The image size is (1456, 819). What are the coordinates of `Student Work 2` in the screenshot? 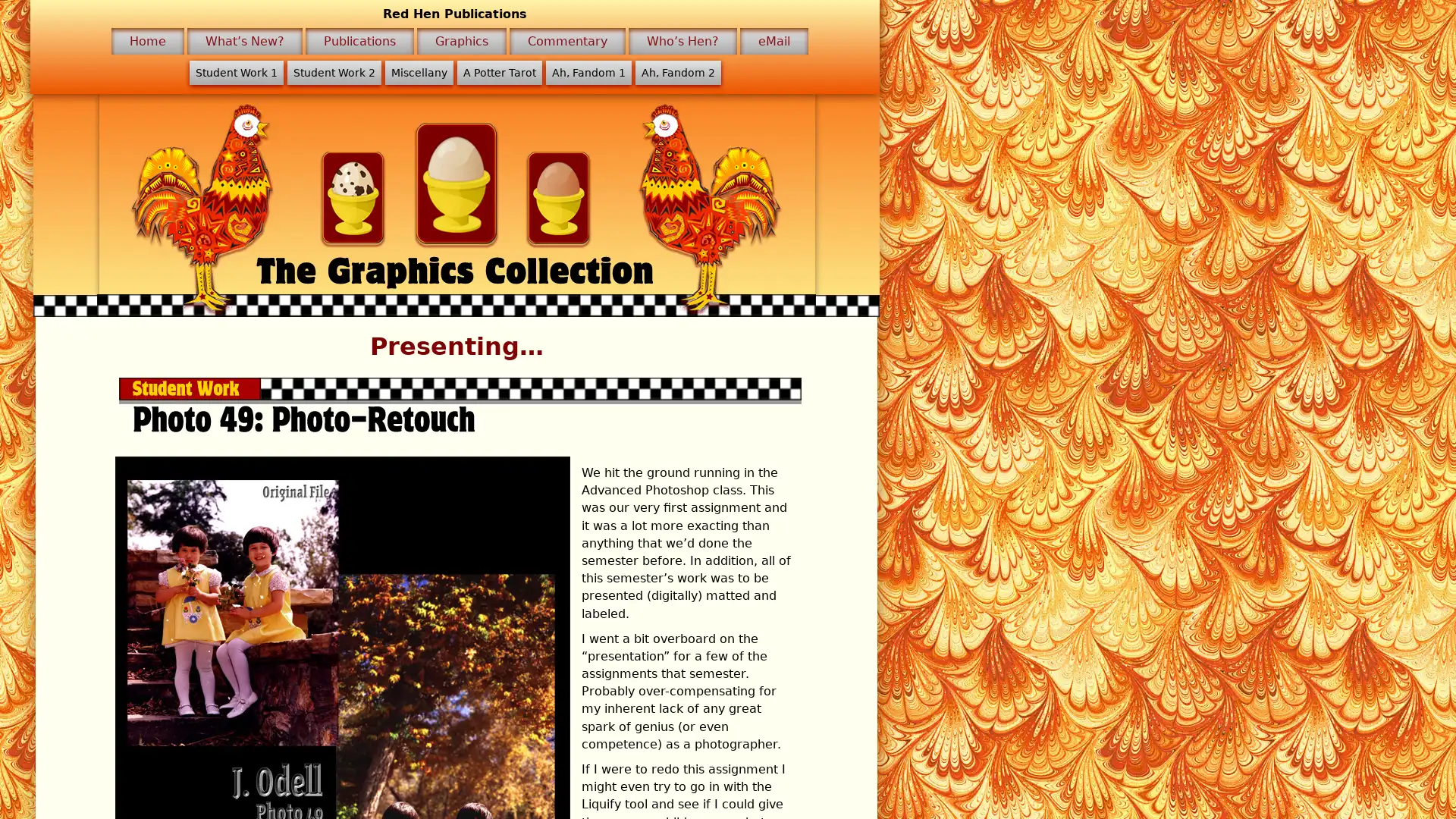 It's located at (333, 73).